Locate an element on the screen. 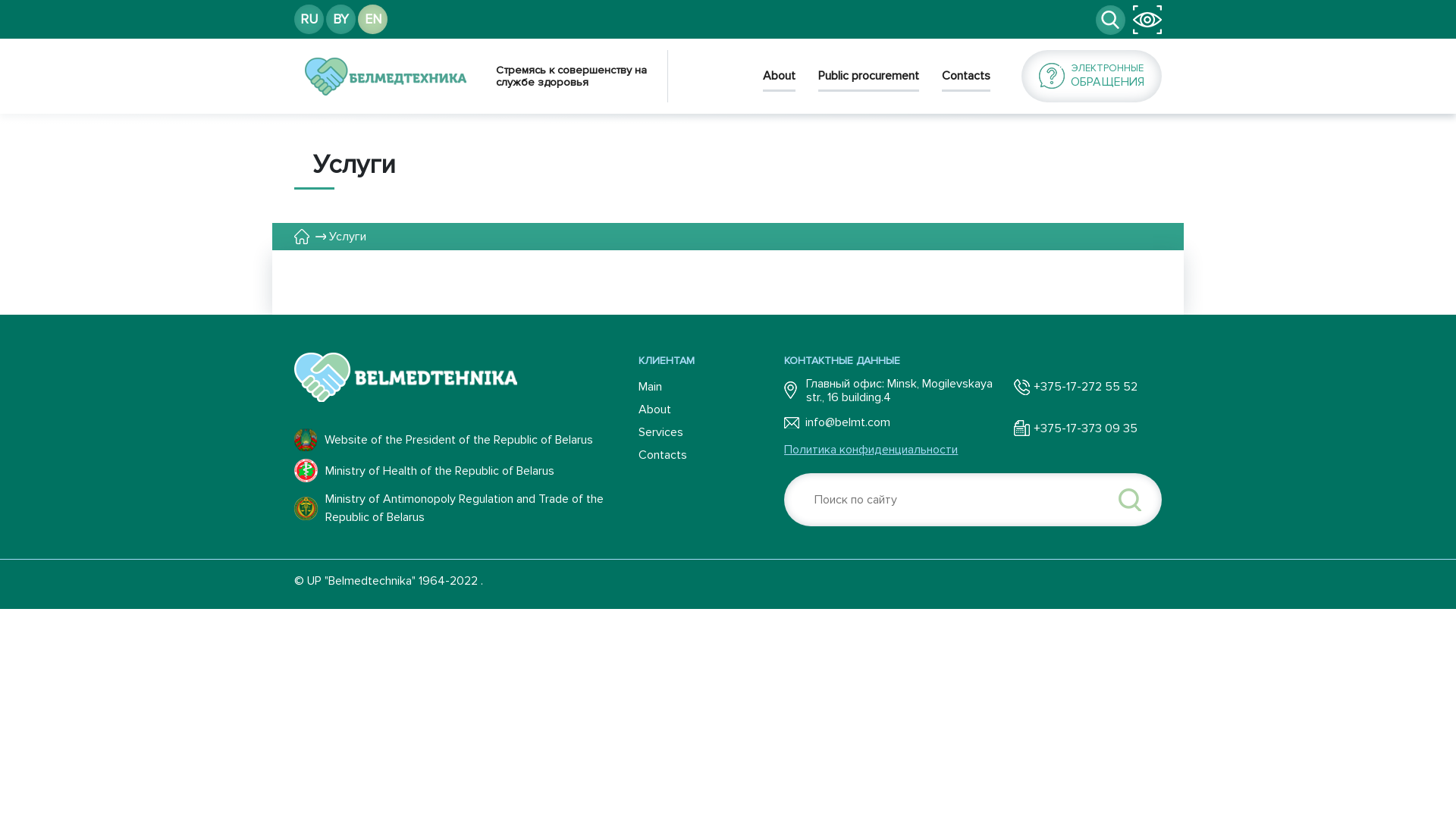  'Website of the President of the Republic of Belarus' is located at coordinates (465, 439).